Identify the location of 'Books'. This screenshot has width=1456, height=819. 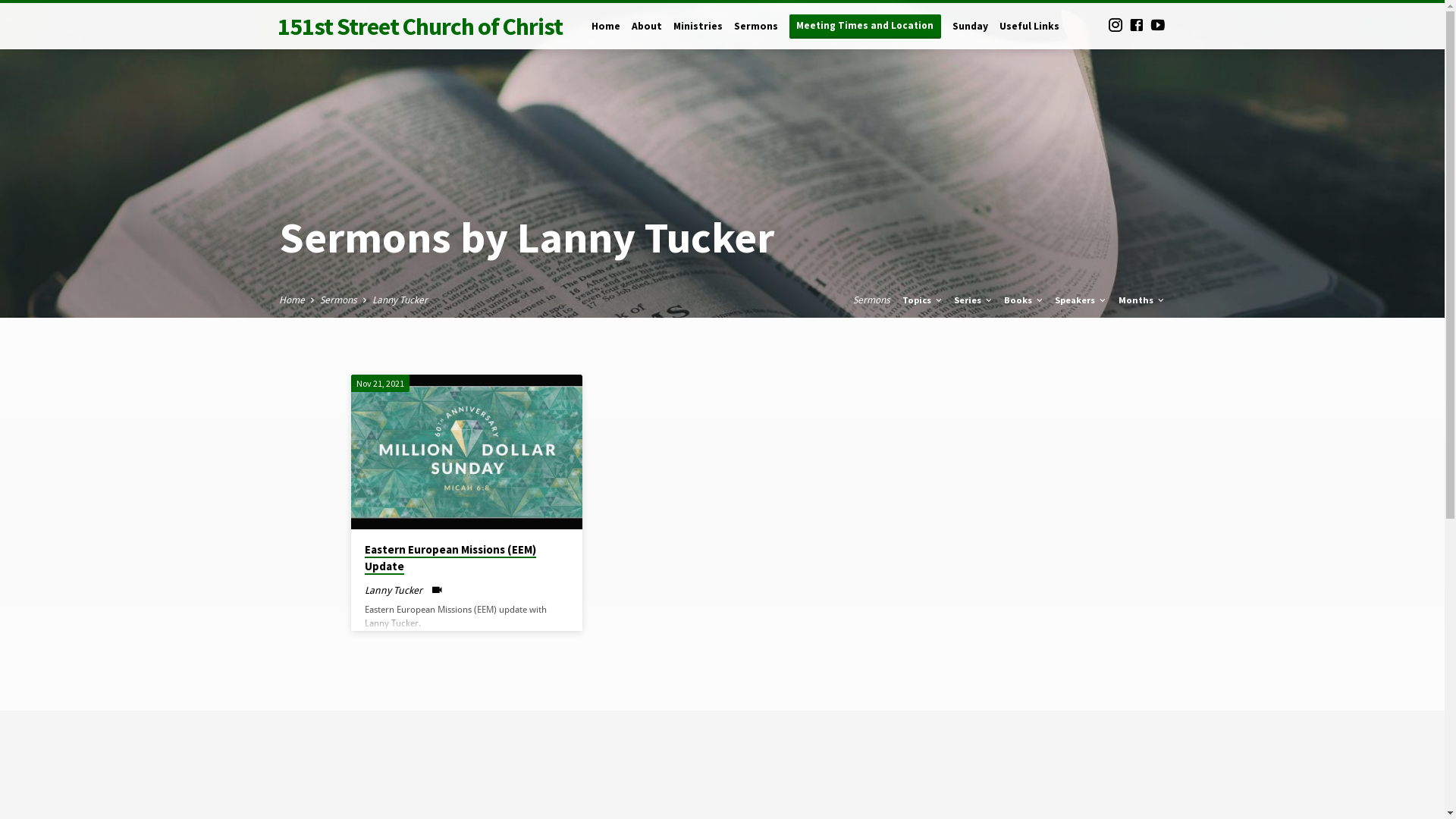
(1024, 300).